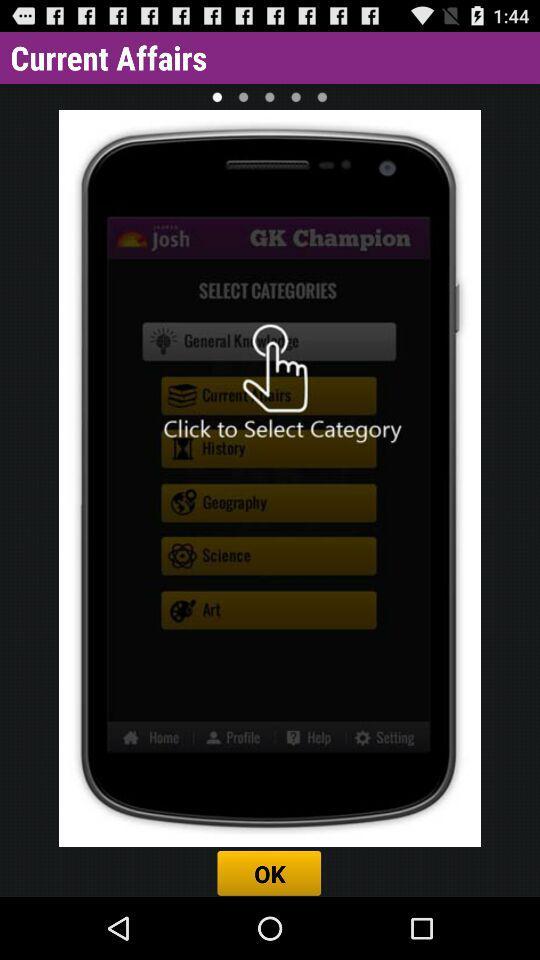 The height and width of the screenshot is (960, 540). I want to click on item below the current affairs icon, so click(216, 96).